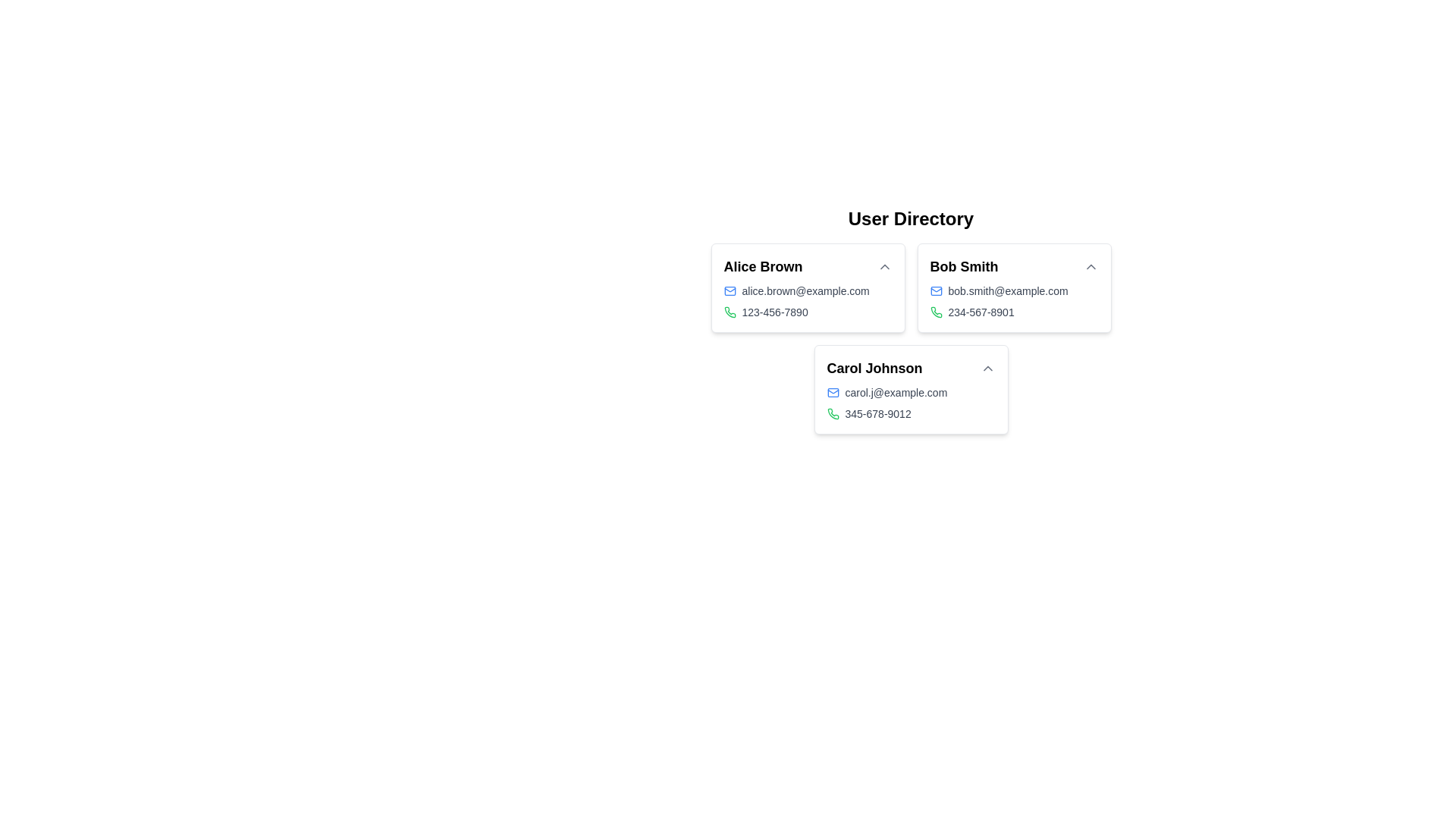 Image resolution: width=1456 pixels, height=819 pixels. What do you see at coordinates (832, 414) in the screenshot?
I see `the green phone icon located to the left of the phone number '345-678-9012' in the contact card for 'Carol Johnson' to initiate a phone call` at bounding box center [832, 414].